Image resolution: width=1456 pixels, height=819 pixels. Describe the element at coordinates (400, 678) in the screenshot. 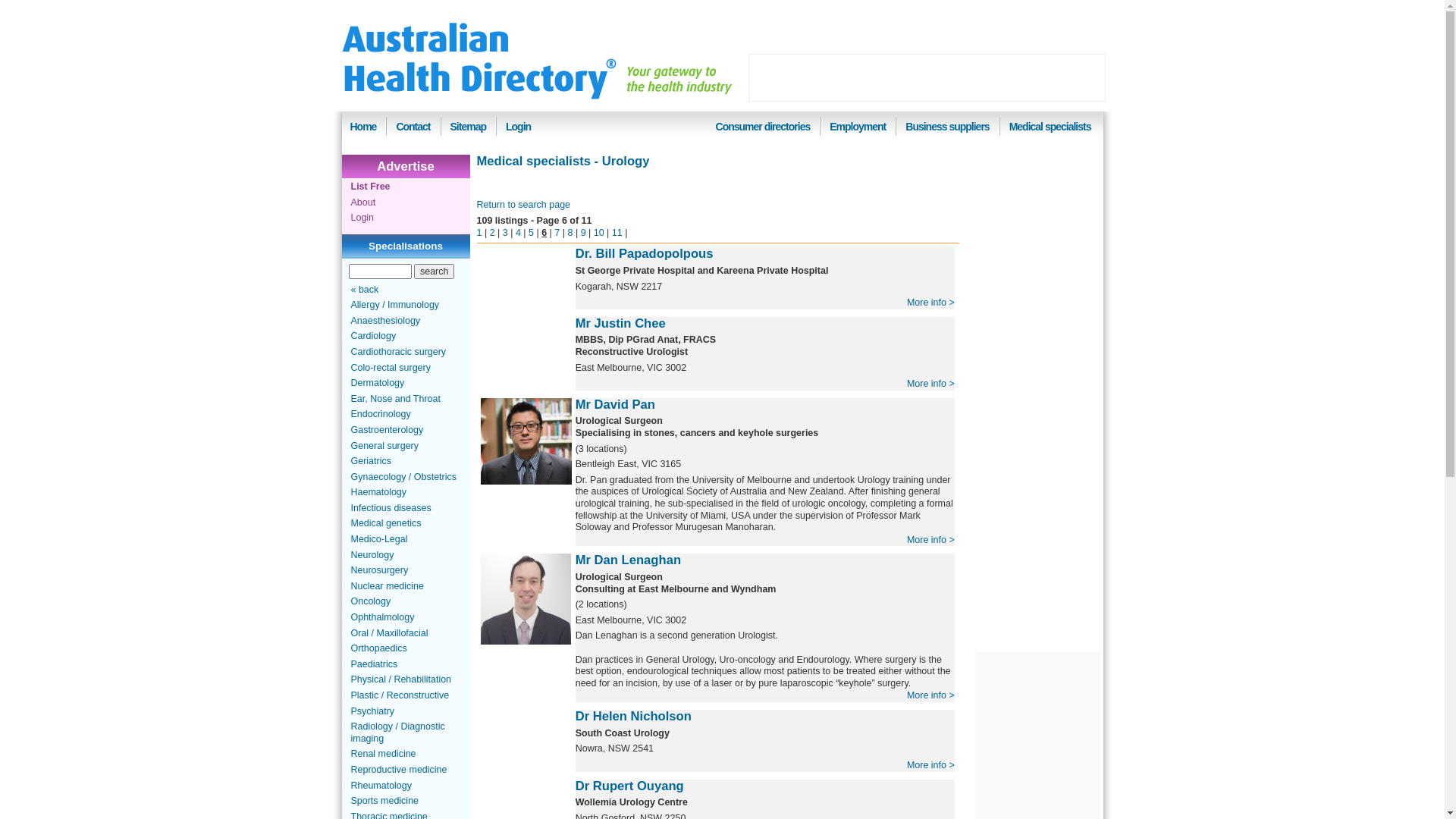

I see `'Physical / Rehabilitation'` at that location.